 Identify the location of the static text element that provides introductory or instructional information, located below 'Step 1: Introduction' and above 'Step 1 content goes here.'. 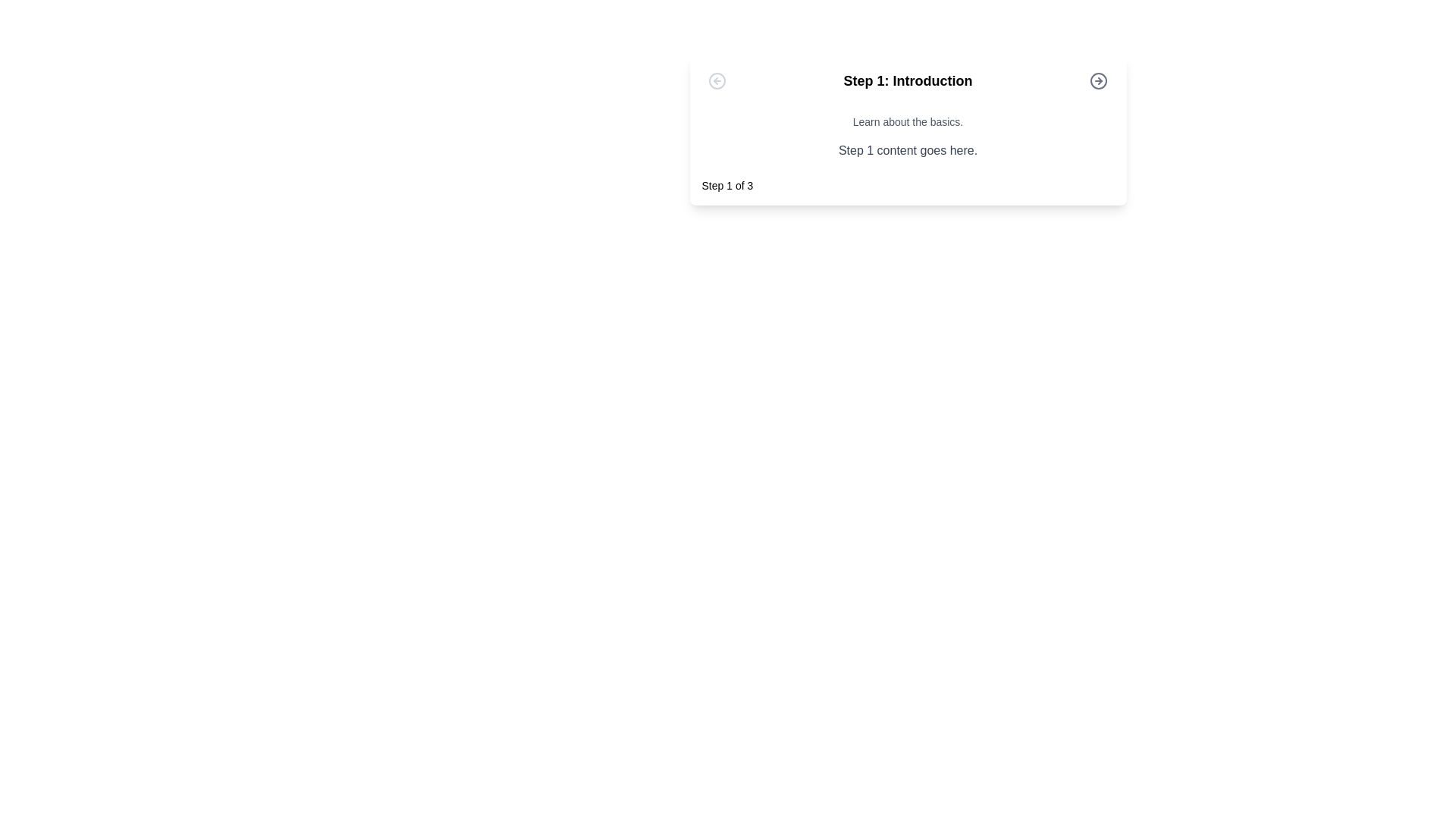
(908, 121).